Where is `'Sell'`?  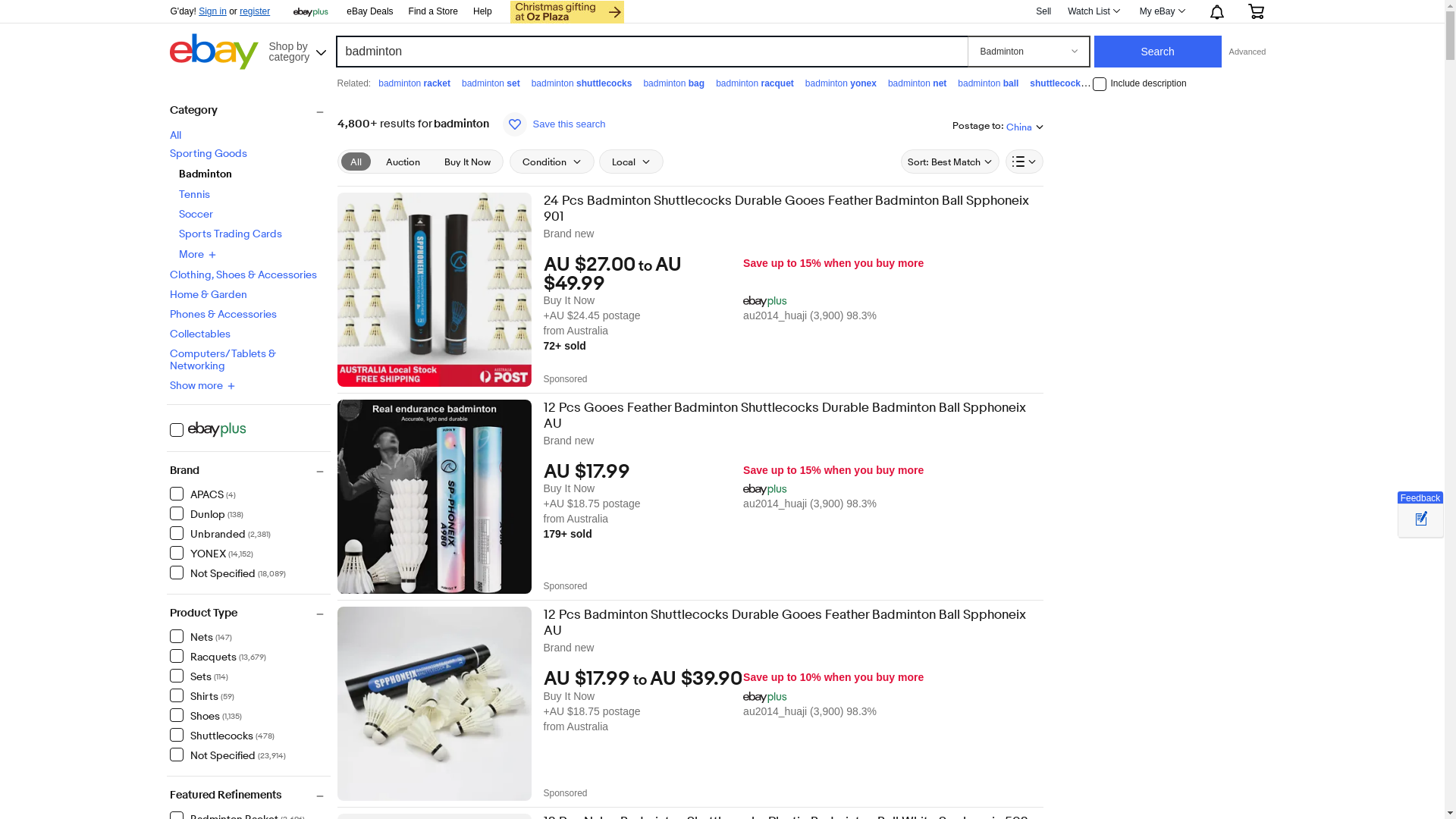
'Sell' is located at coordinates (1043, 11).